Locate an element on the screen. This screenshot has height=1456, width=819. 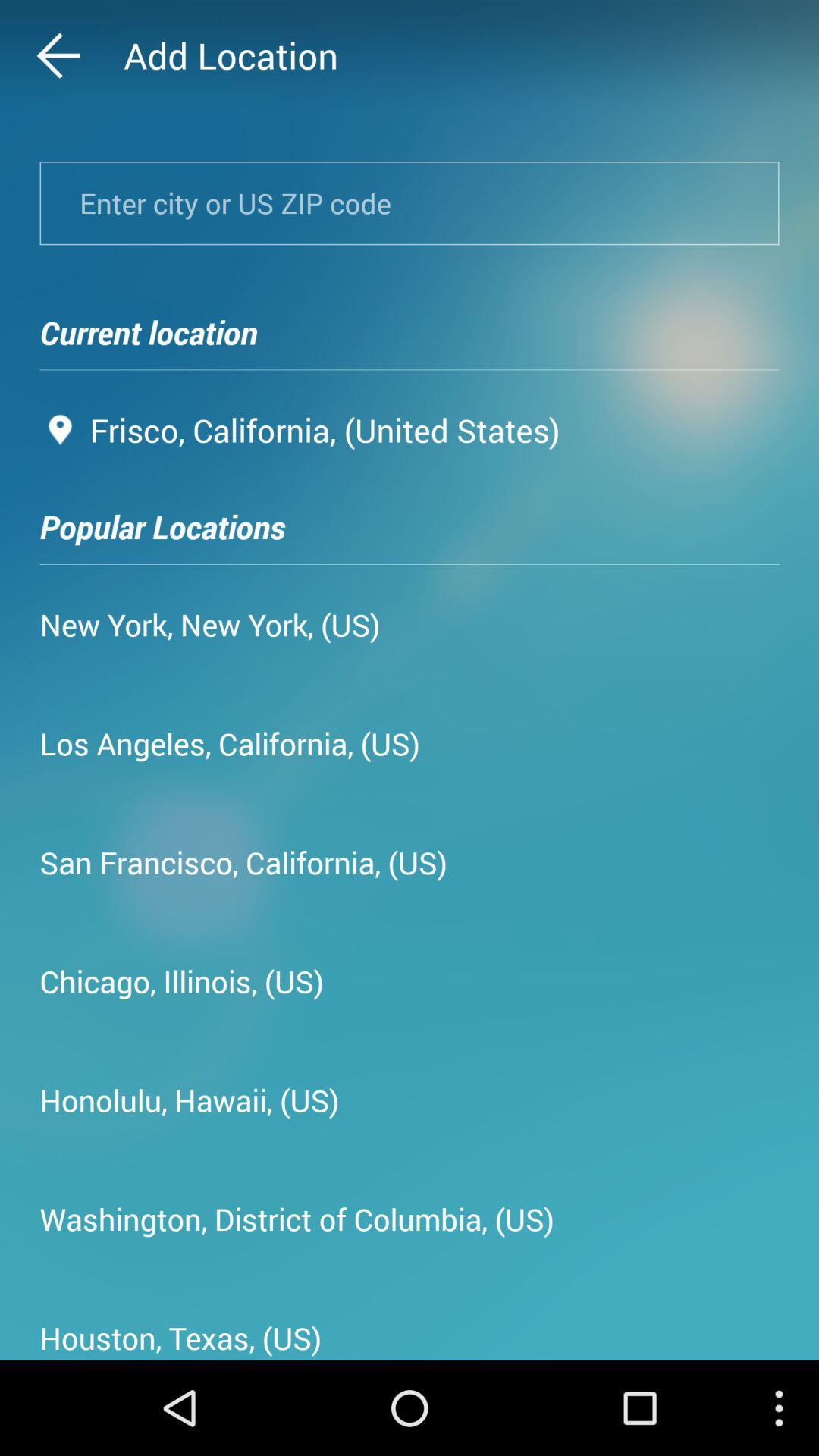
item above honolulu, hawaii, (us) icon is located at coordinates (180, 981).